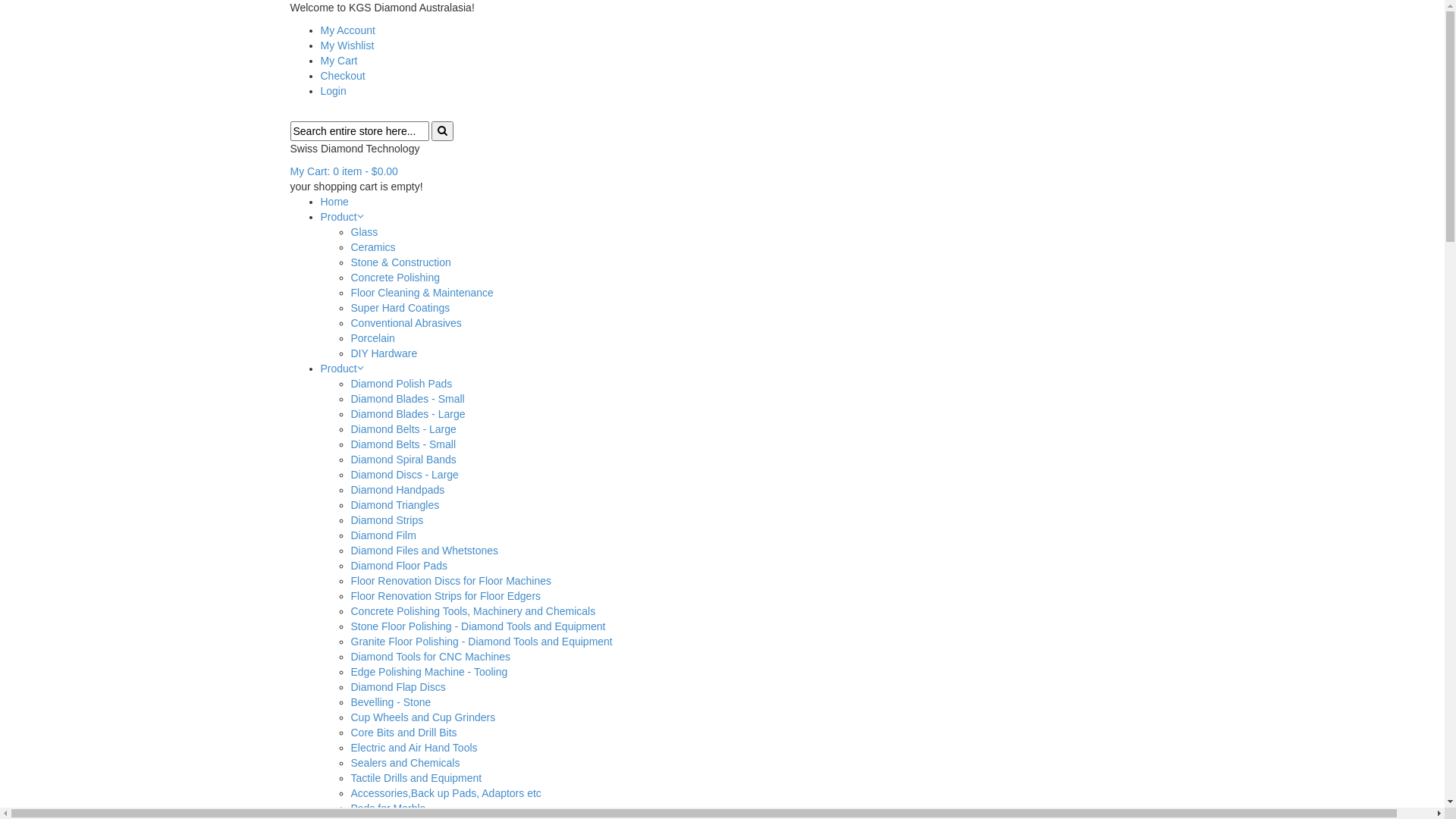 The height and width of the screenshot is (819, 1456). Describe the element at coordinates (399, 565) in the screenshot. I see `'Diamond Floor Pads'` at that location.